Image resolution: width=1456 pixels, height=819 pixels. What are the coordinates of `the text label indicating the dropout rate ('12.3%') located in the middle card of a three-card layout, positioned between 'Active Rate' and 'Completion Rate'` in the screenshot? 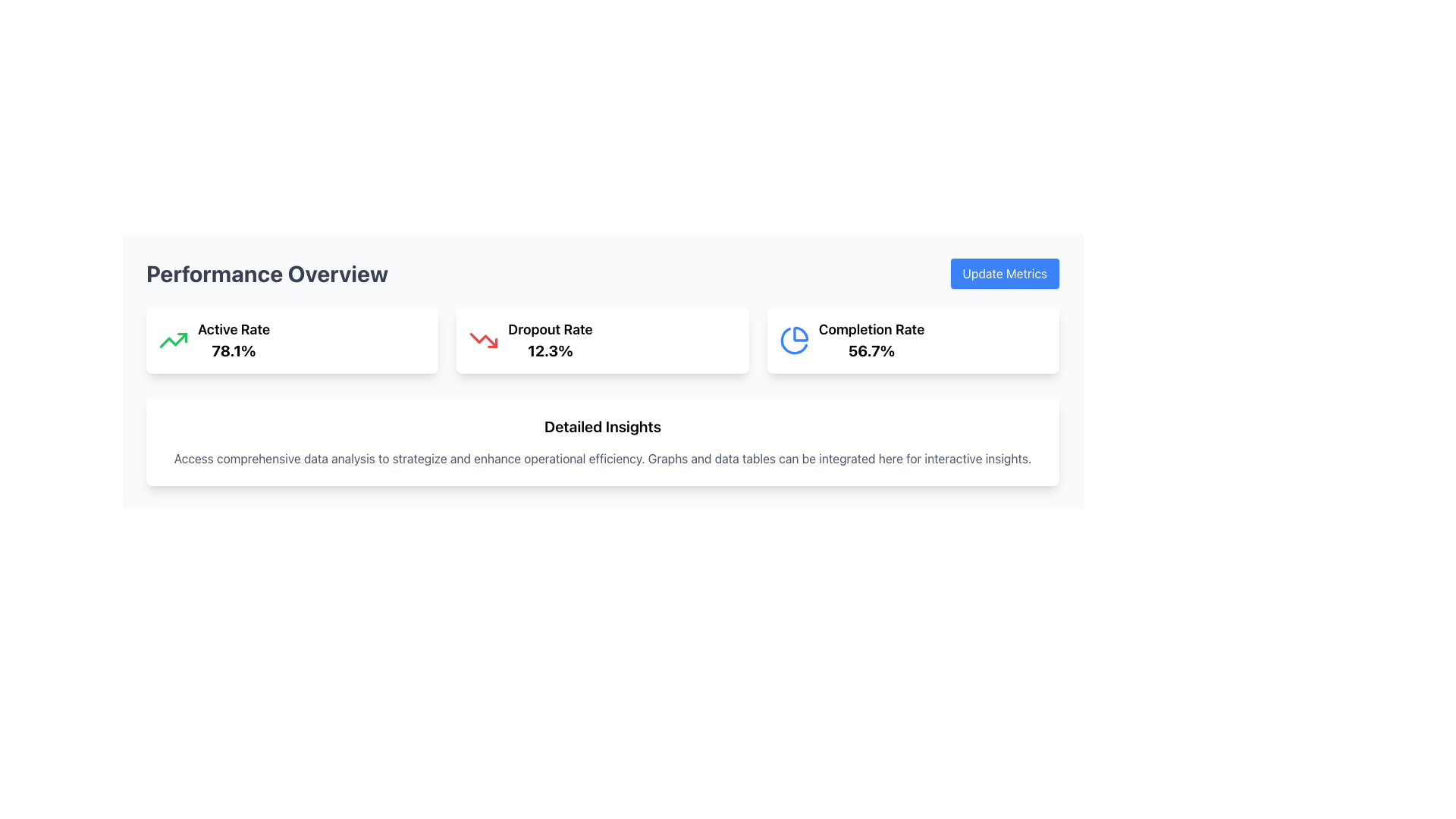 It's located at (549, 329).